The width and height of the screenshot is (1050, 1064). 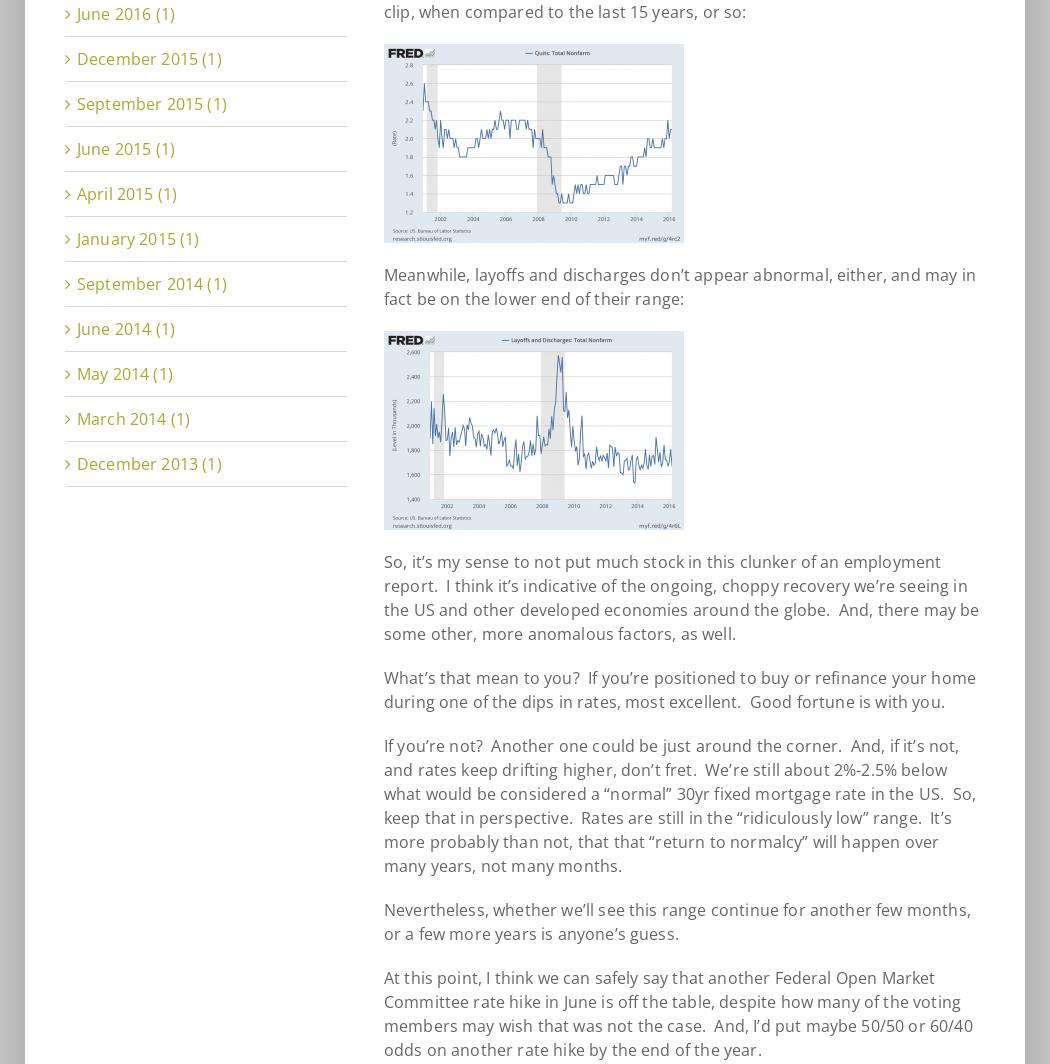 What do you see at coordinates (383, 690) in the screenshot?
I see `'What’s that mean to you?  If you’re positioned to buy or refinance your home during one of the dips in rates, most excellent.  Good fortune is with you.'` at bounding box center [383, 690].